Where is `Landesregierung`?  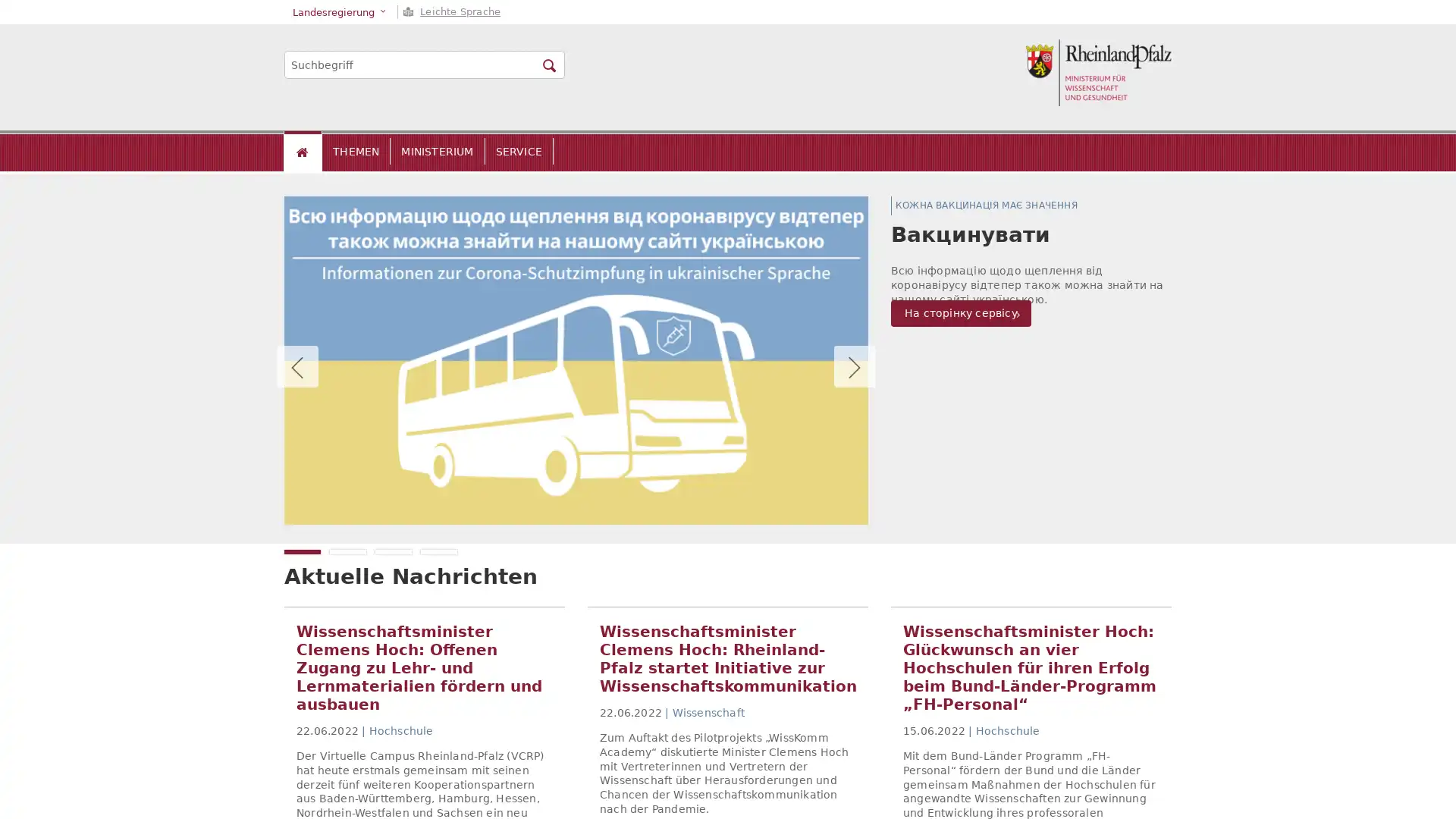 Landesregierung is located at coordinates (340, 11).